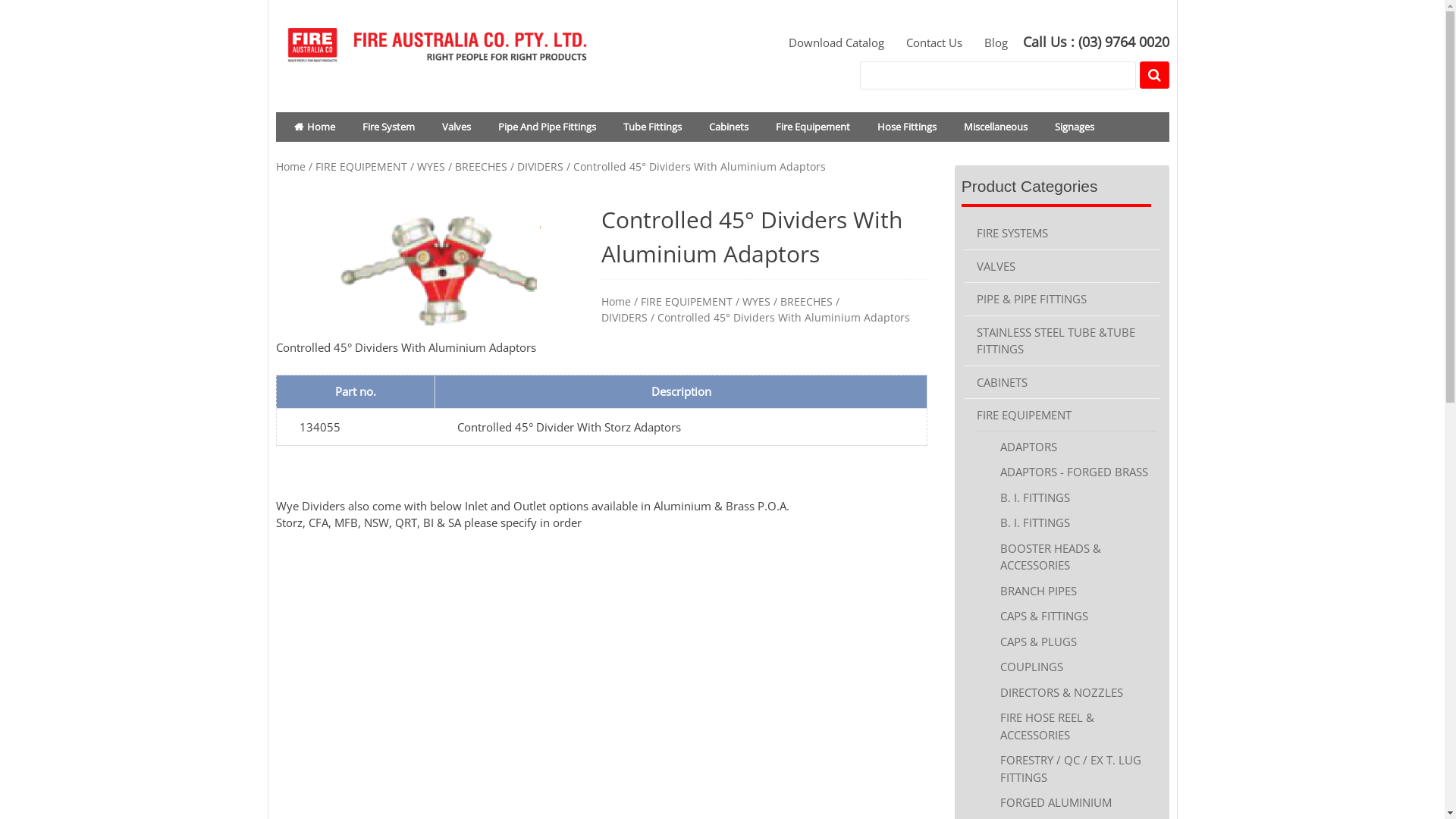 This screenshot has height=819, width=1456. Describe the element at coordinates (388, 126) in the screenshot. I see `'Fire System'` at that location.